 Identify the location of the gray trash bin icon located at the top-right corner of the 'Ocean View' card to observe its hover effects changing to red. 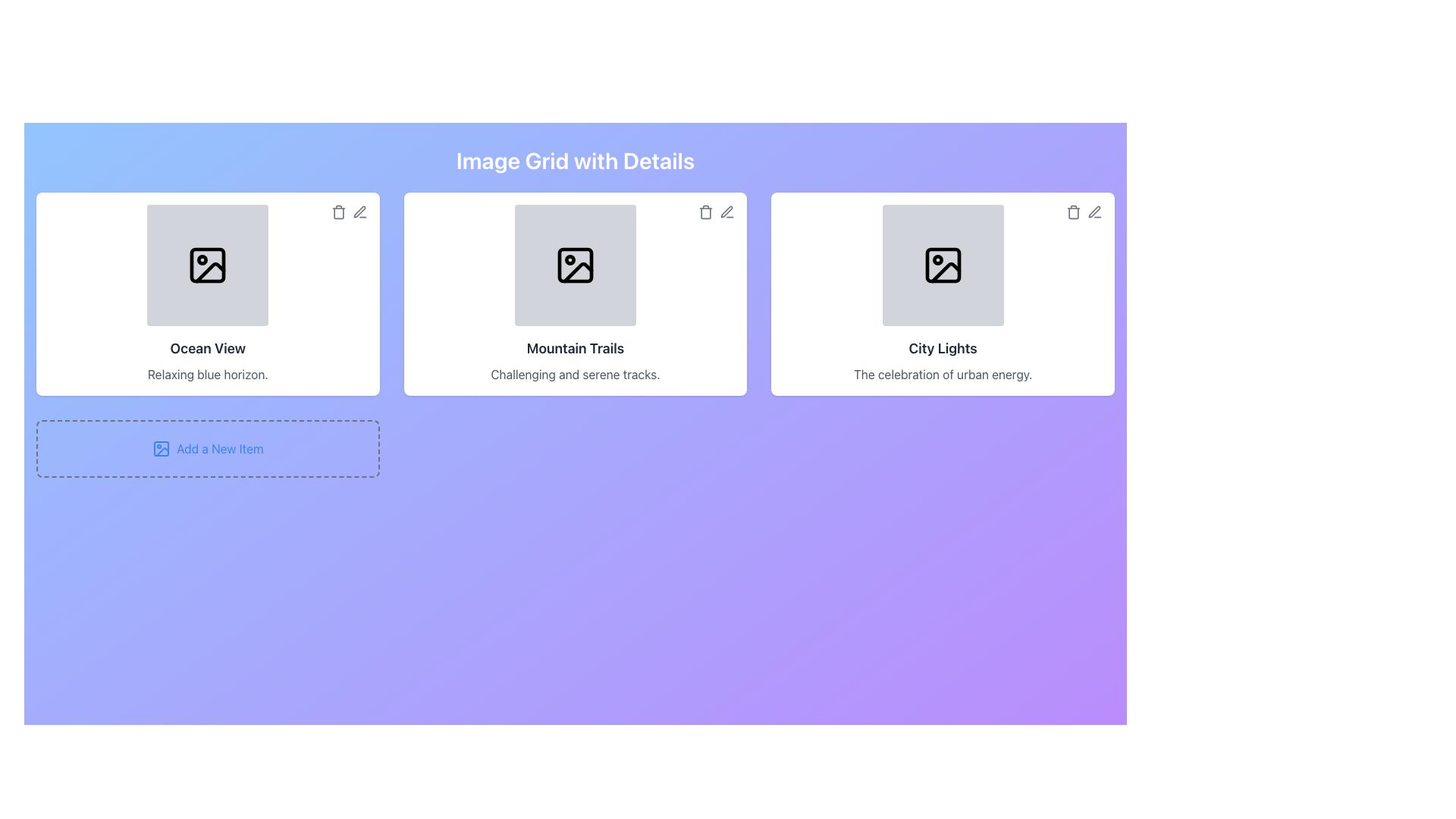
(337, 212).